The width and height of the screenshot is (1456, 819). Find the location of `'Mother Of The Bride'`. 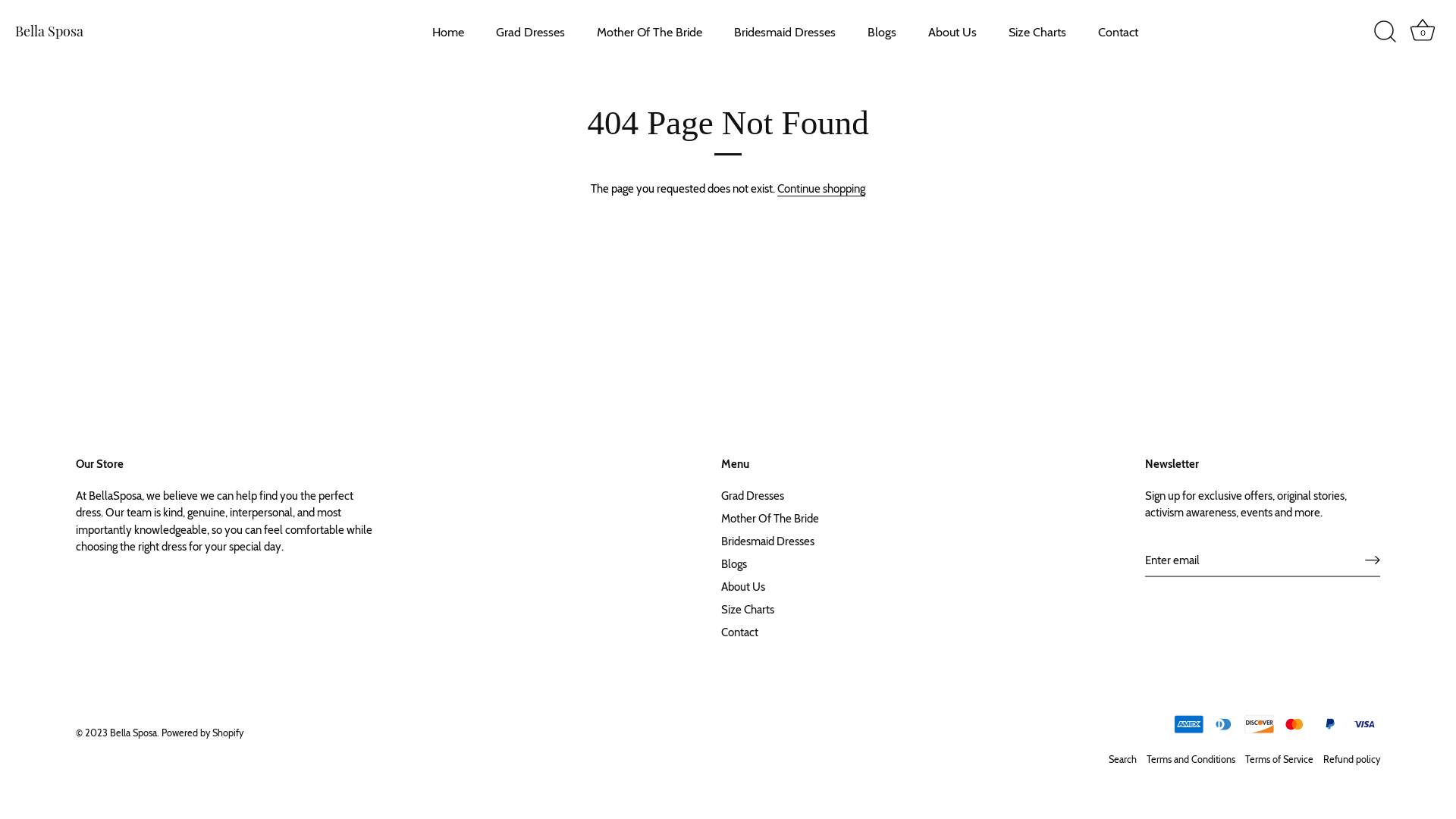

'Mother Of The Bride' is located at coordinates (720, 516).